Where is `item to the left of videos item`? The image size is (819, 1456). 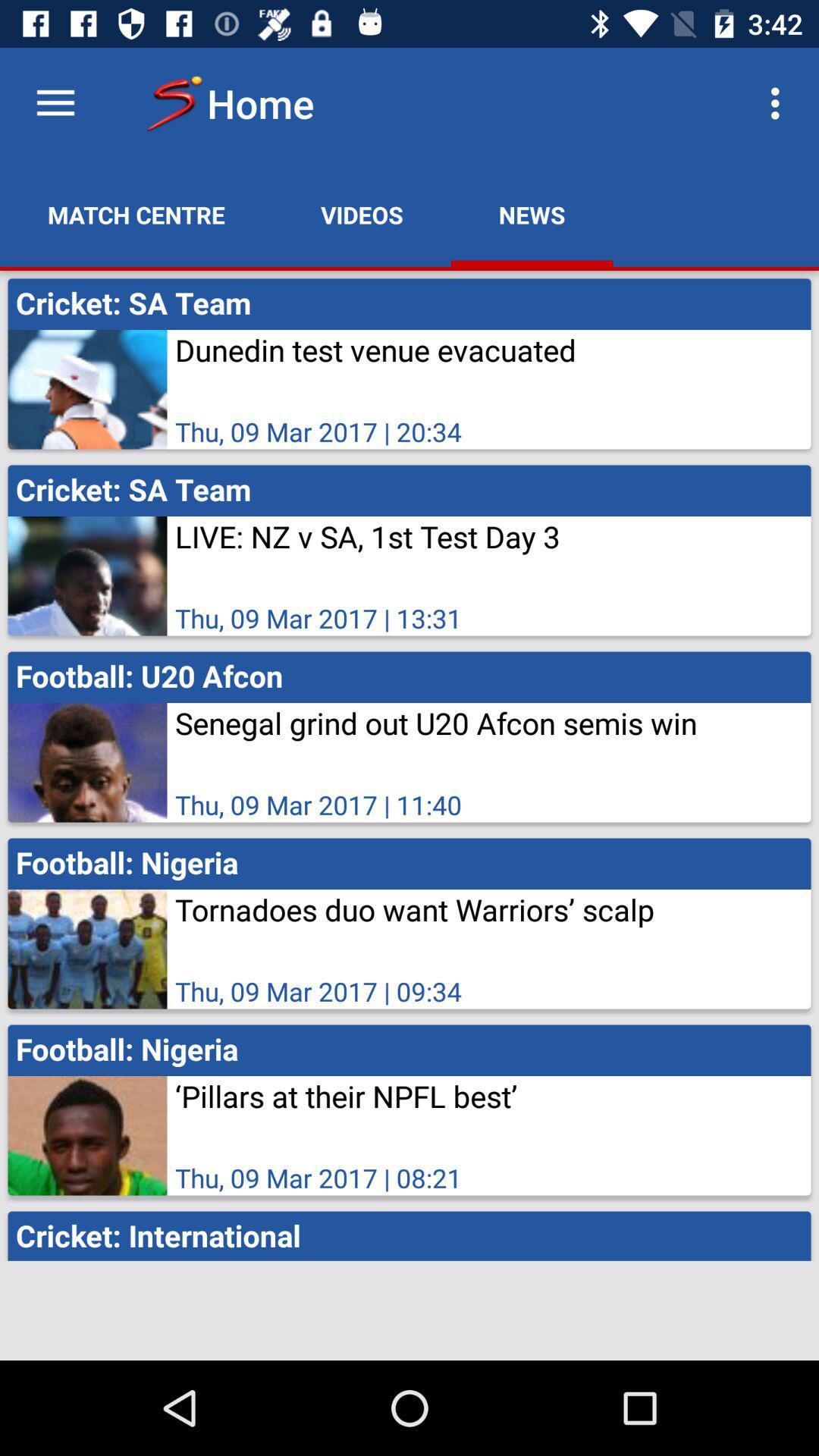 item to the left of videos item is located at coordinates (136, 214).